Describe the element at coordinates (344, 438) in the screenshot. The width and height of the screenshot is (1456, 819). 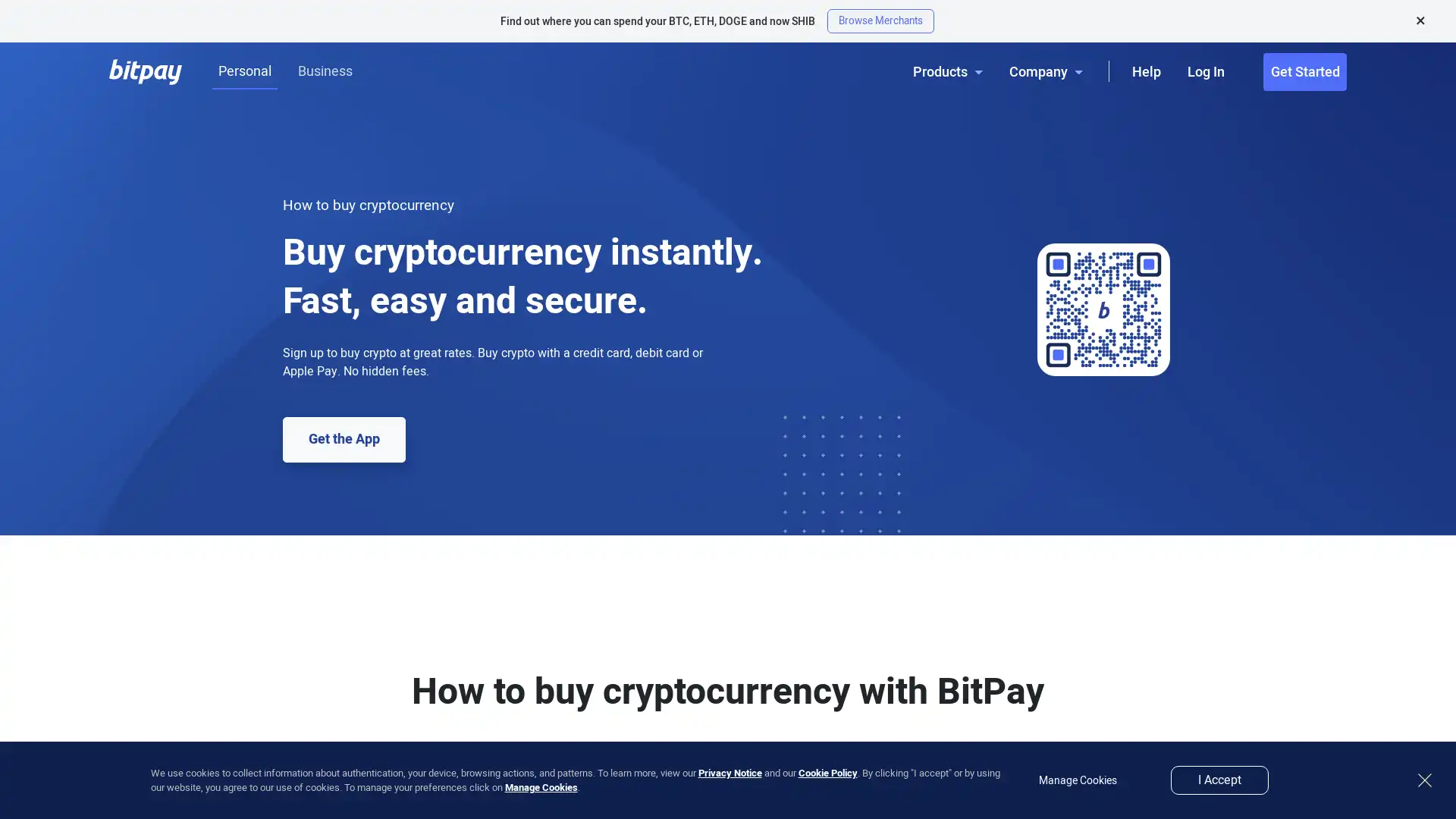
I see `Get the App` at that location.